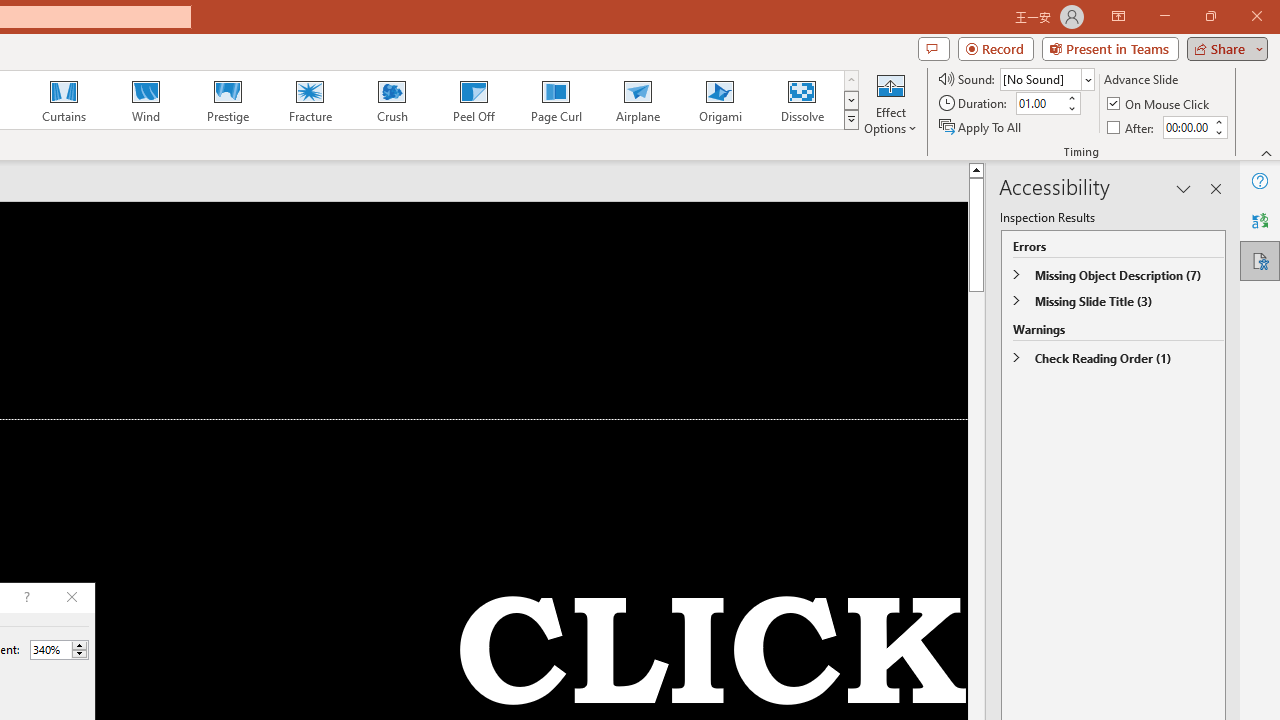 This screenshot has height=720, width=1280. I want to click on 'Percent', so click(50, 649).